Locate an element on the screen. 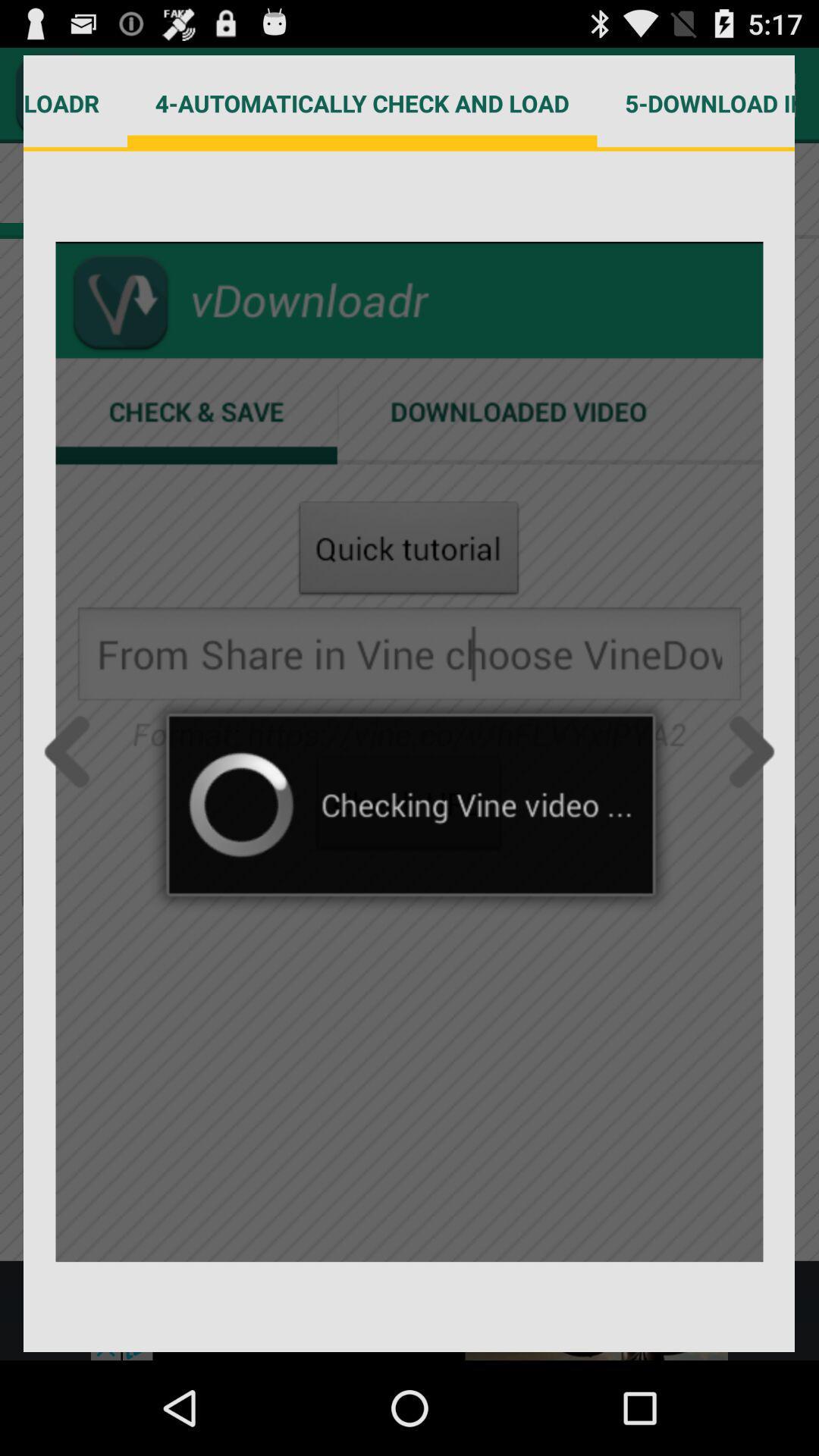 This screenshot has width=819, height=1456. icon next to 3-choose vdownloadr item is located at coordinates (362, 102).